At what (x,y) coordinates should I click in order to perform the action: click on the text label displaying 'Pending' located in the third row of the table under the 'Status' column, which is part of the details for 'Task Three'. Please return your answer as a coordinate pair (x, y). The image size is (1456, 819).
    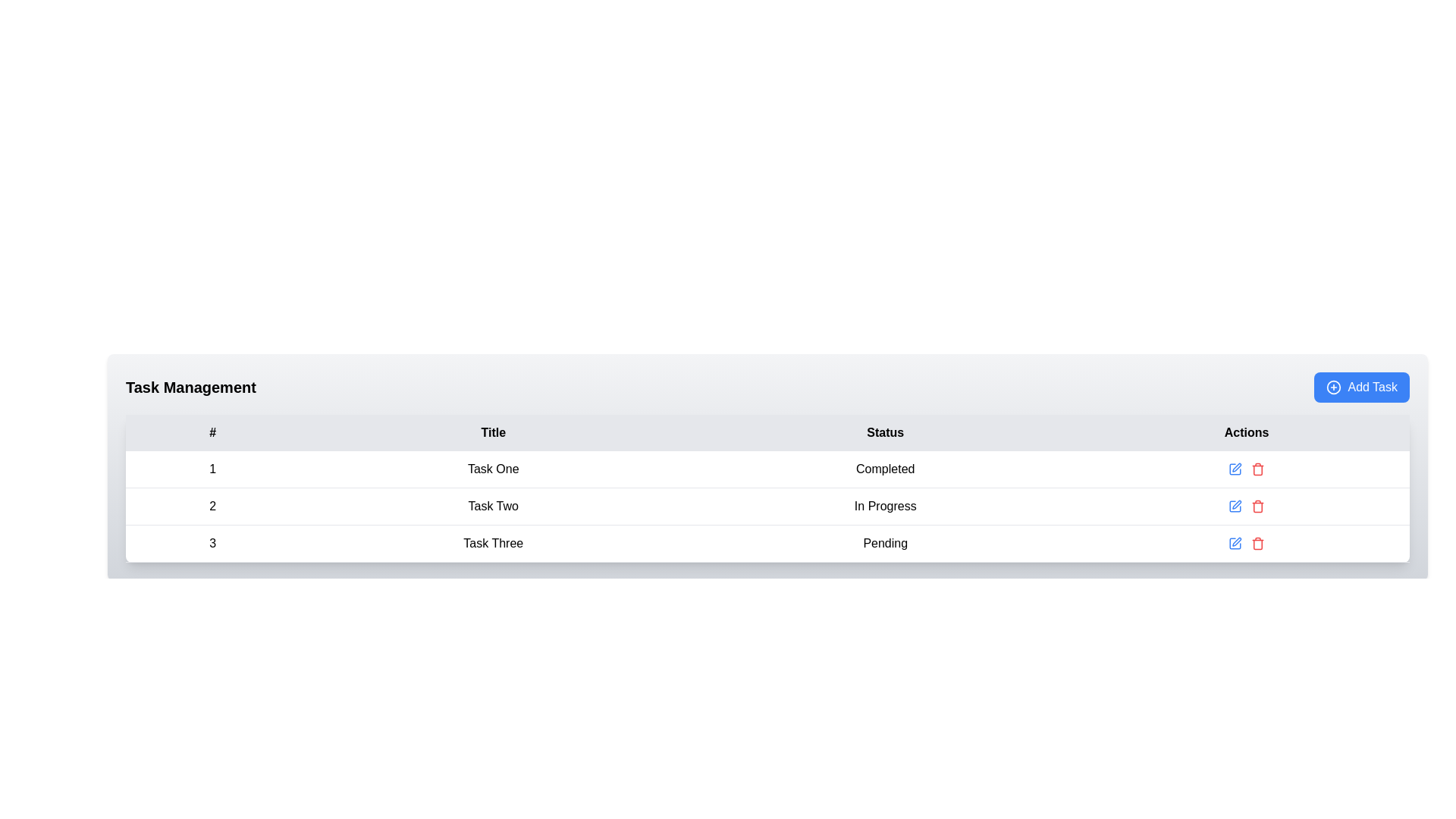
    Looking at the image, I should click on (885, 543).